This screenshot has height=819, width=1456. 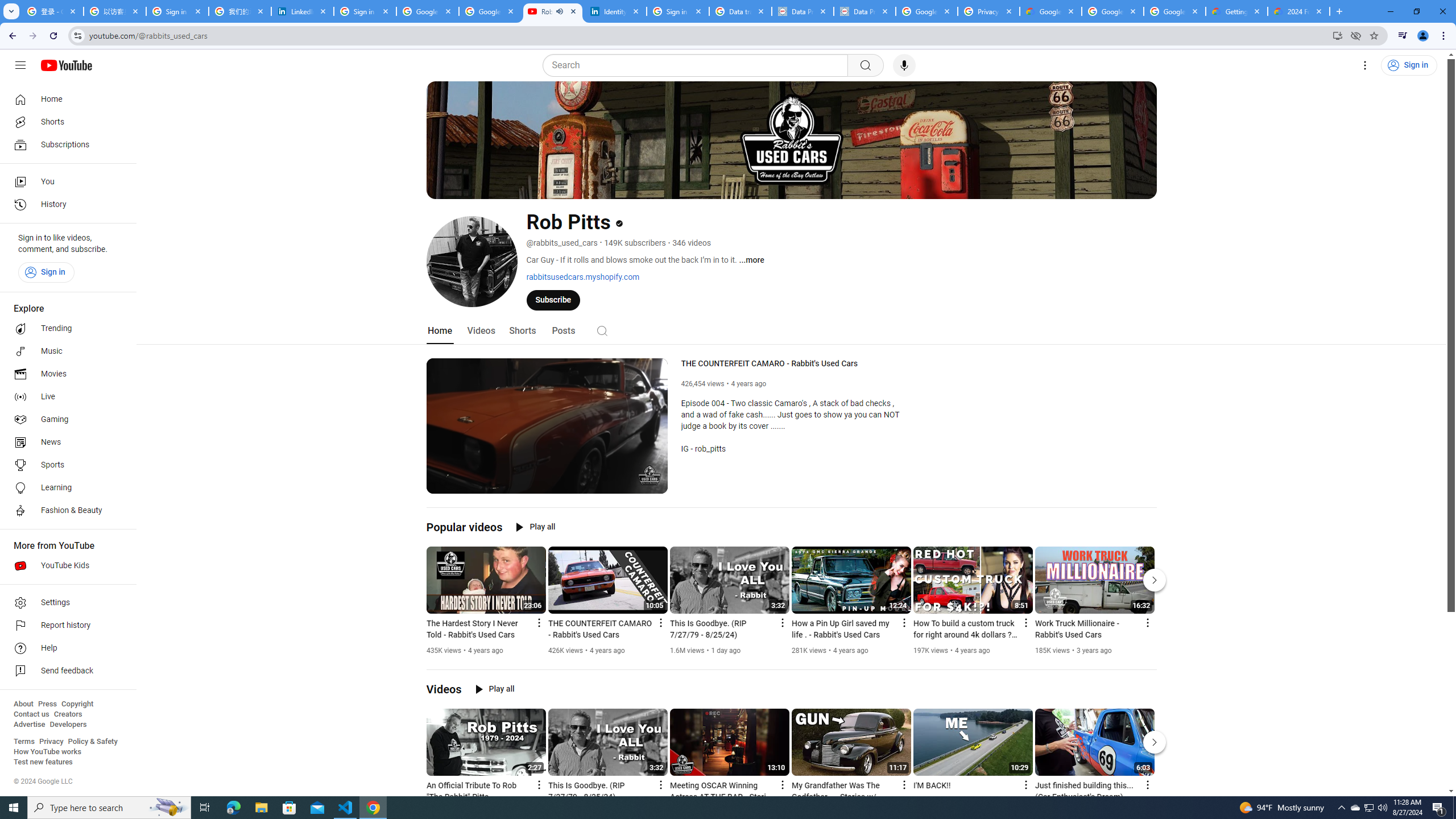 What do you see at coordinates (649, 474) in the screenshot?
I see `'Channel watermark'` at bounding box center [649, 474].